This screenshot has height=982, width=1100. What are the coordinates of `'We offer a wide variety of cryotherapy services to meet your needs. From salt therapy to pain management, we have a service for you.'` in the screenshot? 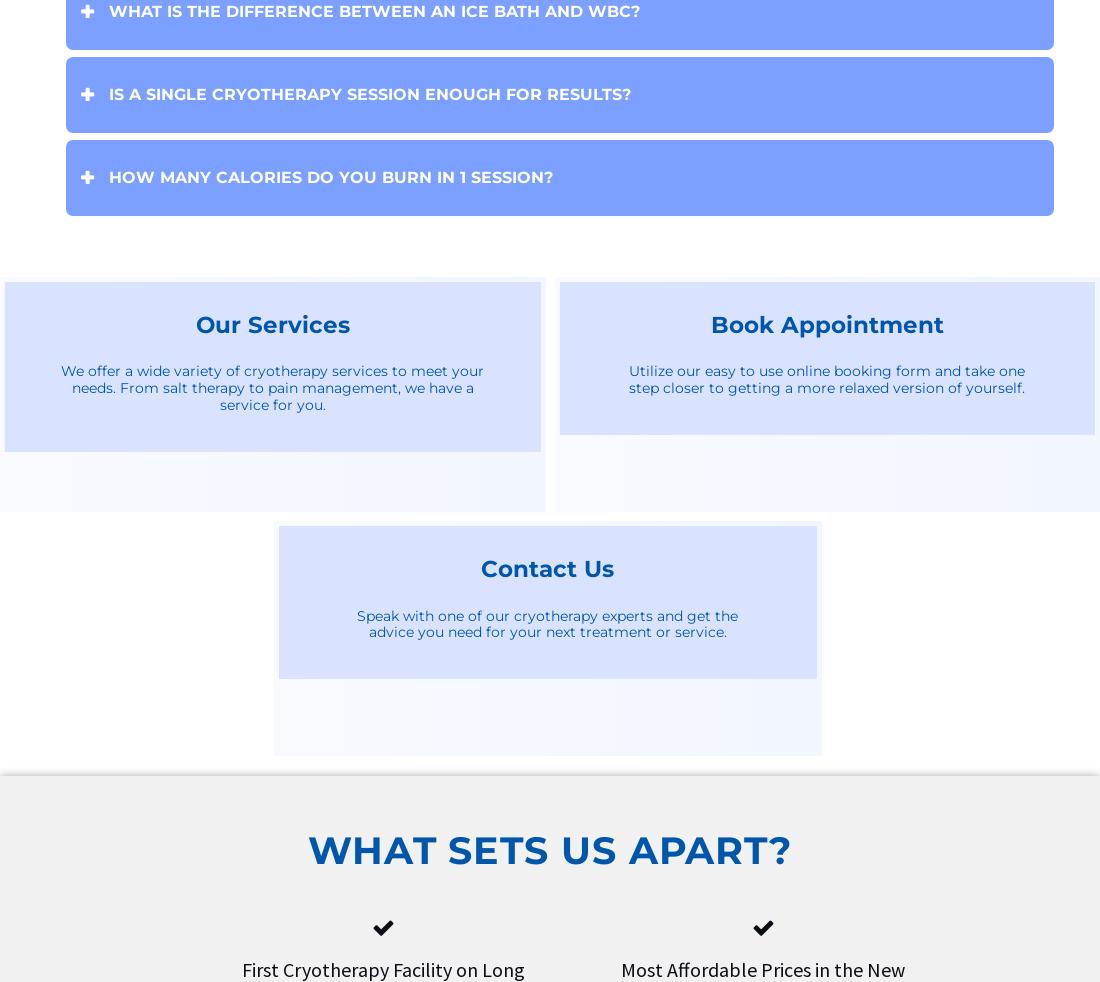 It's located at (272, 387).